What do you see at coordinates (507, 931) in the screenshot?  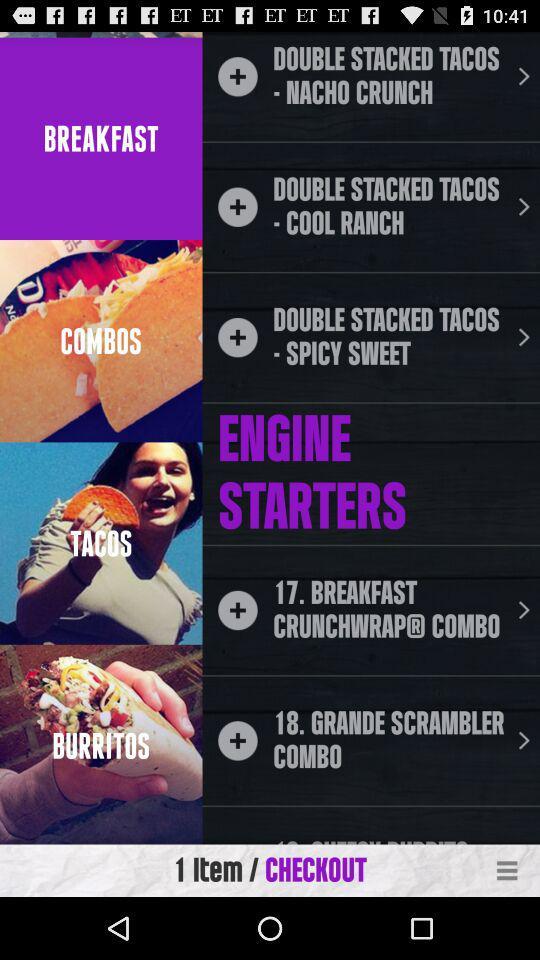 I see `the menu icon` at bounding box center [507, 931].